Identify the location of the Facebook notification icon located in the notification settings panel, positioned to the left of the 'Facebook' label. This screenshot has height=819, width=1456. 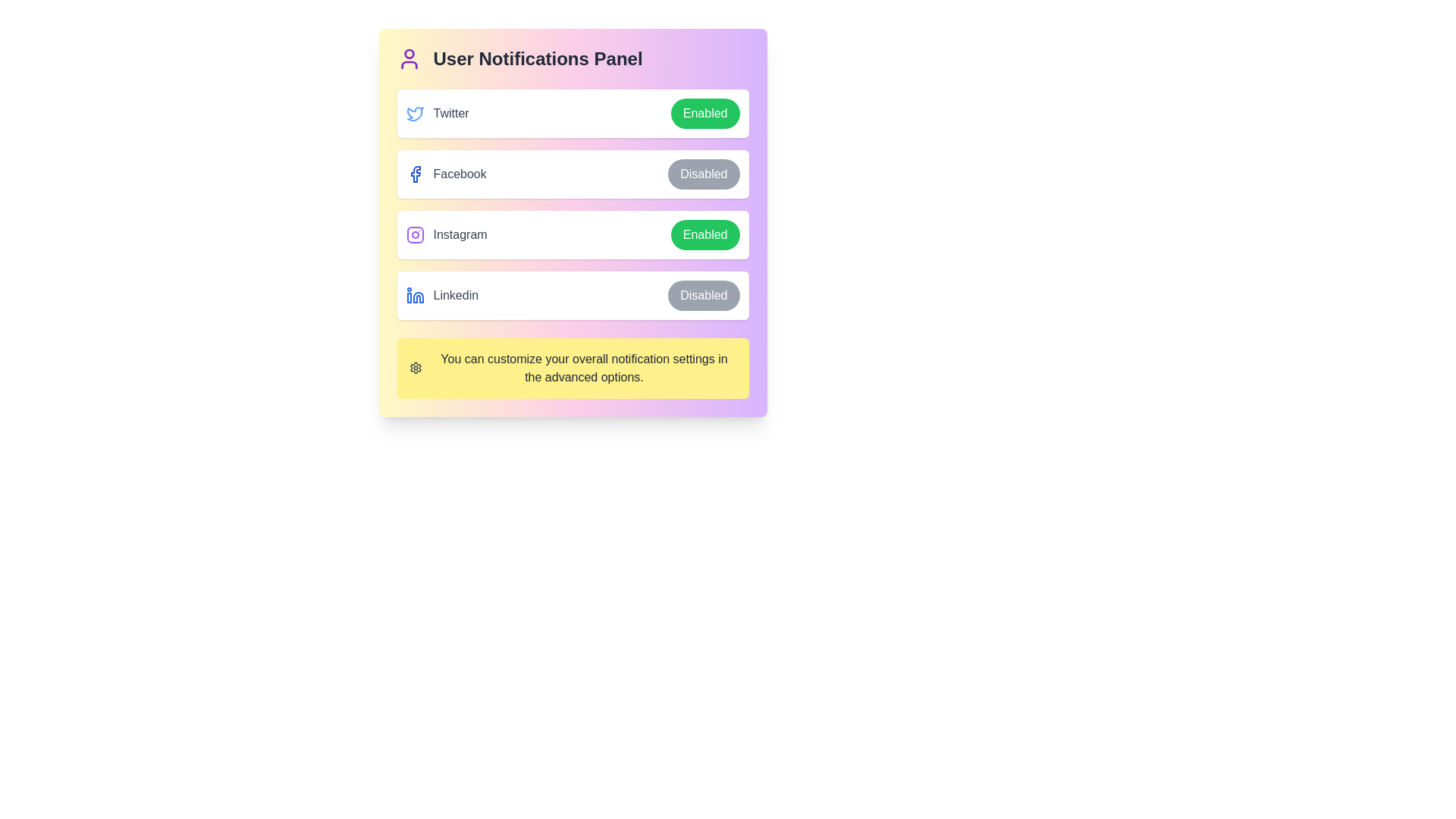
(415, 174).